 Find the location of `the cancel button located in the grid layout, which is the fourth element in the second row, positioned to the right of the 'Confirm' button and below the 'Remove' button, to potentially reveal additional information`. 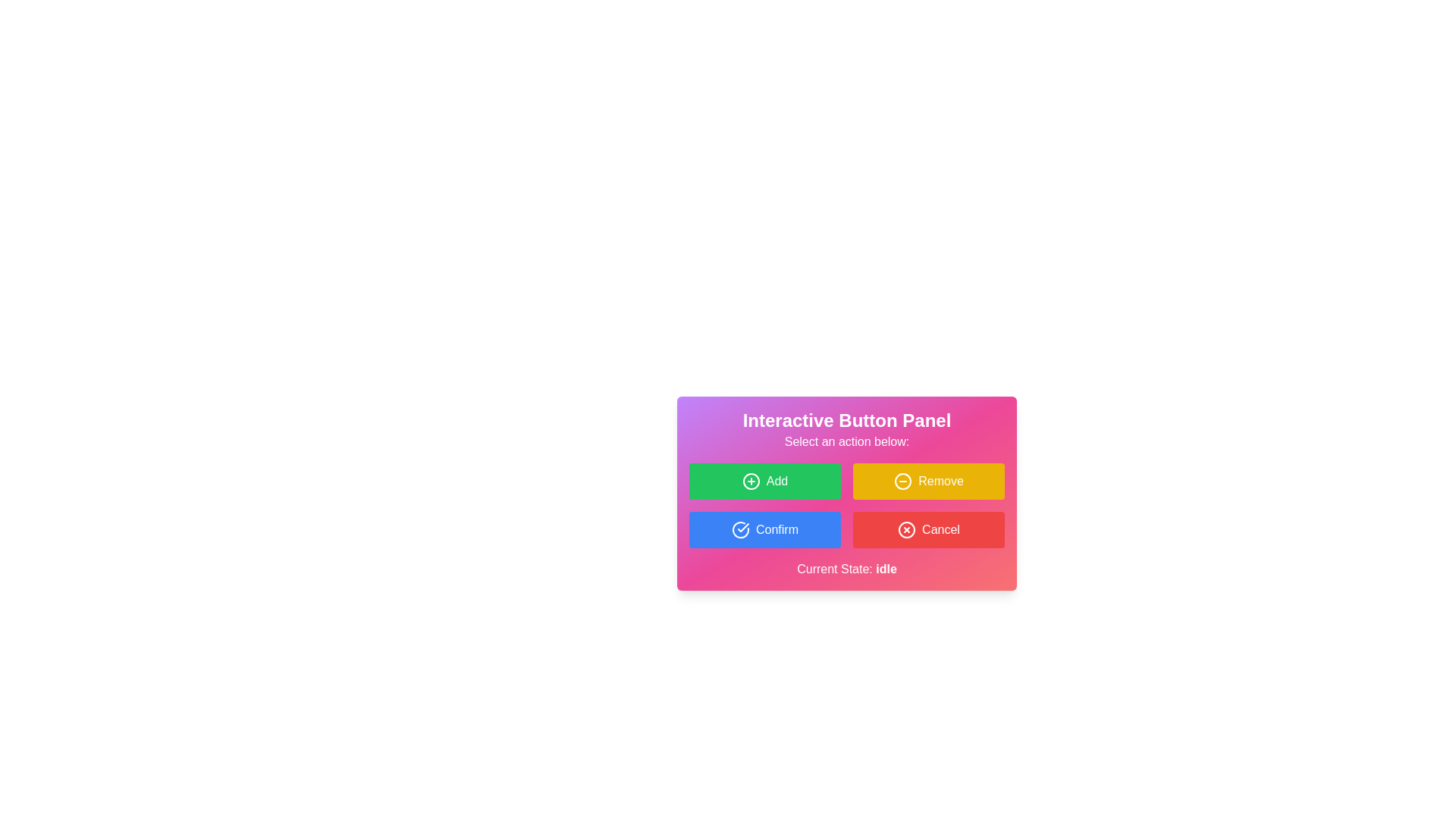

the cancel button located in the grid layout, which is the fourth element in the second row, positioned to the right of the 'Confirm' button and below the 'Remove' button, to potentially reveal additional information is located at coordinates (927, 529).